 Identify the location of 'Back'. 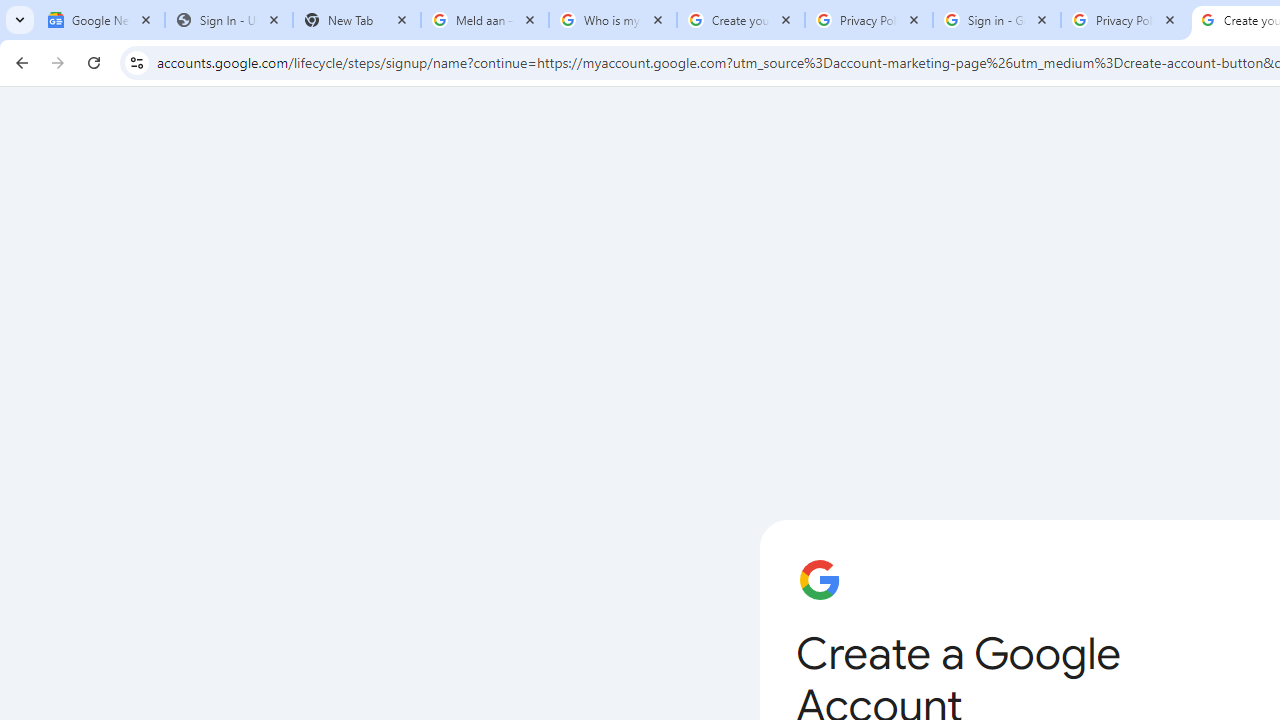
(19, 61).